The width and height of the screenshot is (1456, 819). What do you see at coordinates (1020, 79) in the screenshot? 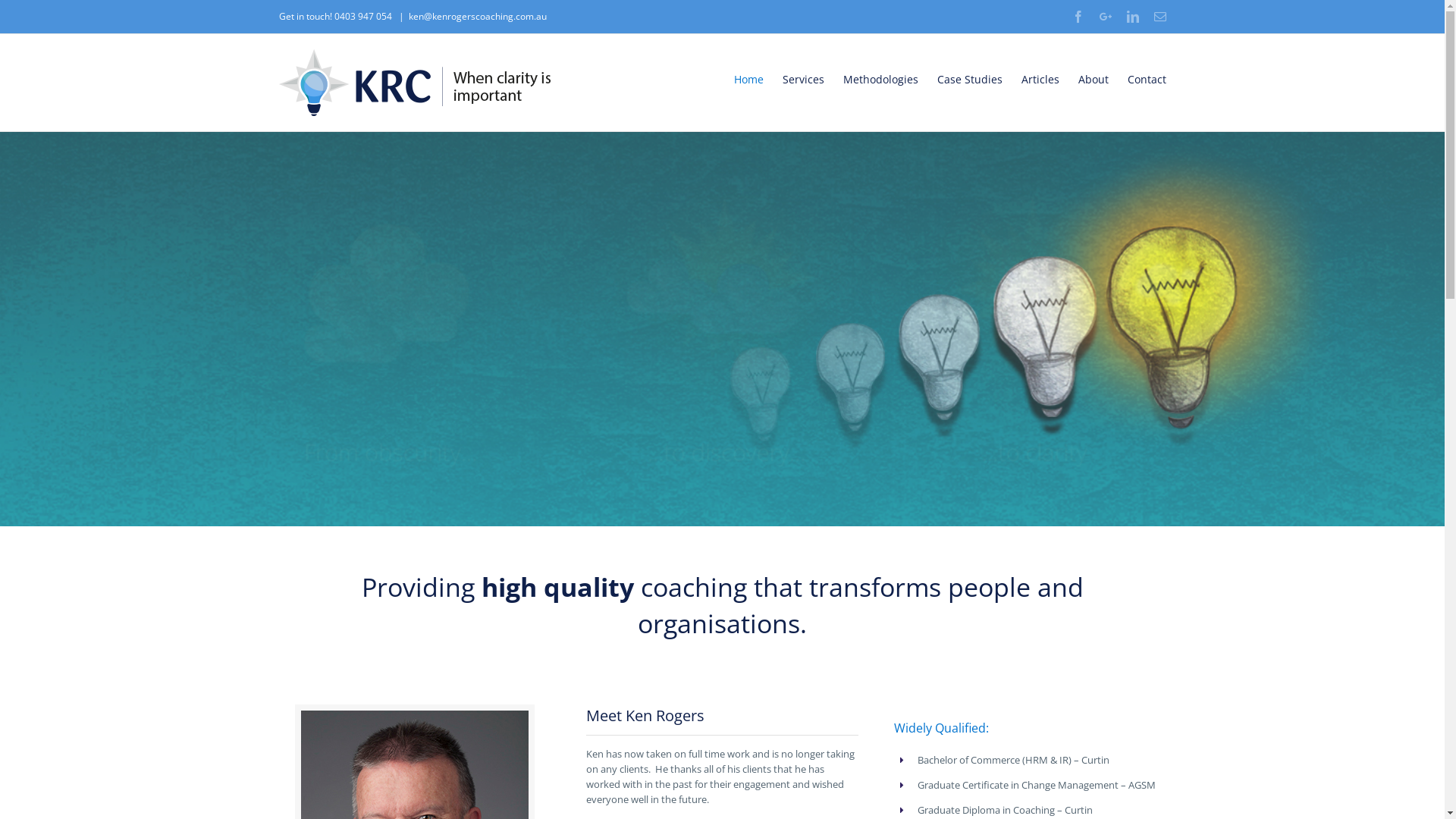
I see `'Articles'` at bounding box center [1020, 79].